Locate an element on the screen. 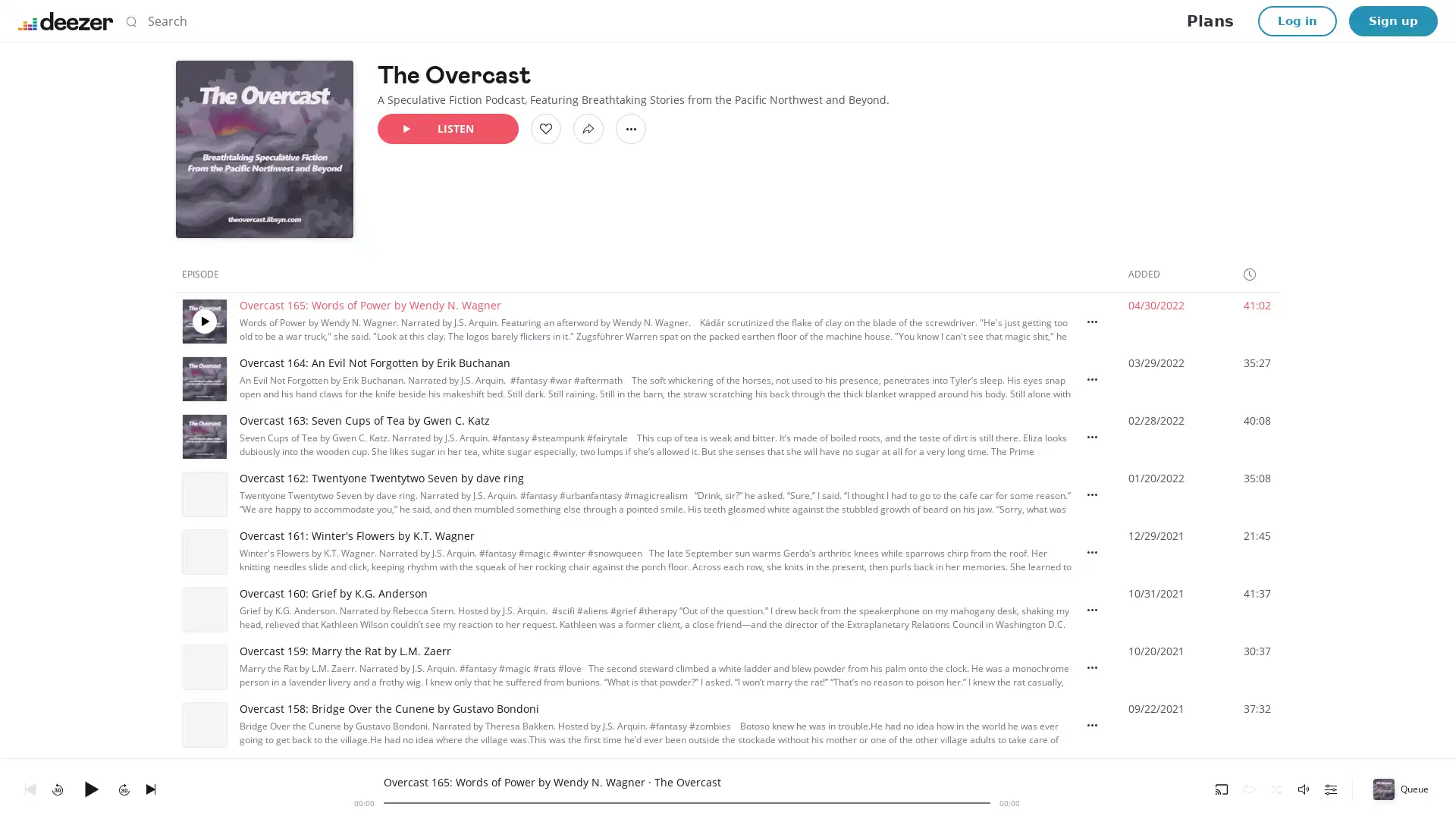 The image size is (1456, 819). Play Overcast 161: Winter's Flowers by K.T. Wagner by The Overcast is located at coordinates (203, 552).